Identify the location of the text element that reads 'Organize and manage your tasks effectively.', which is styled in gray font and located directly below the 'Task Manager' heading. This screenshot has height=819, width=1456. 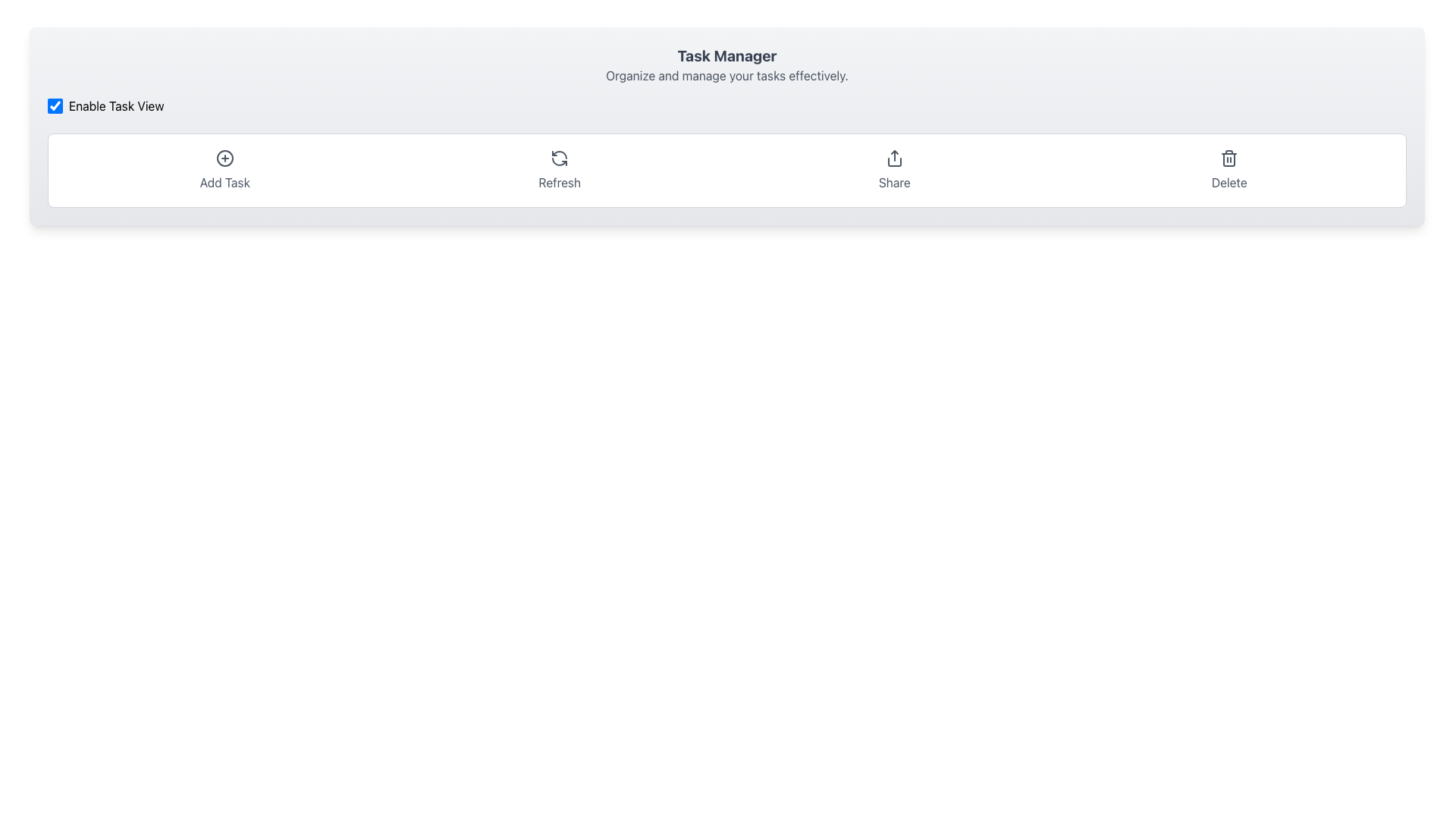
(726, 76).